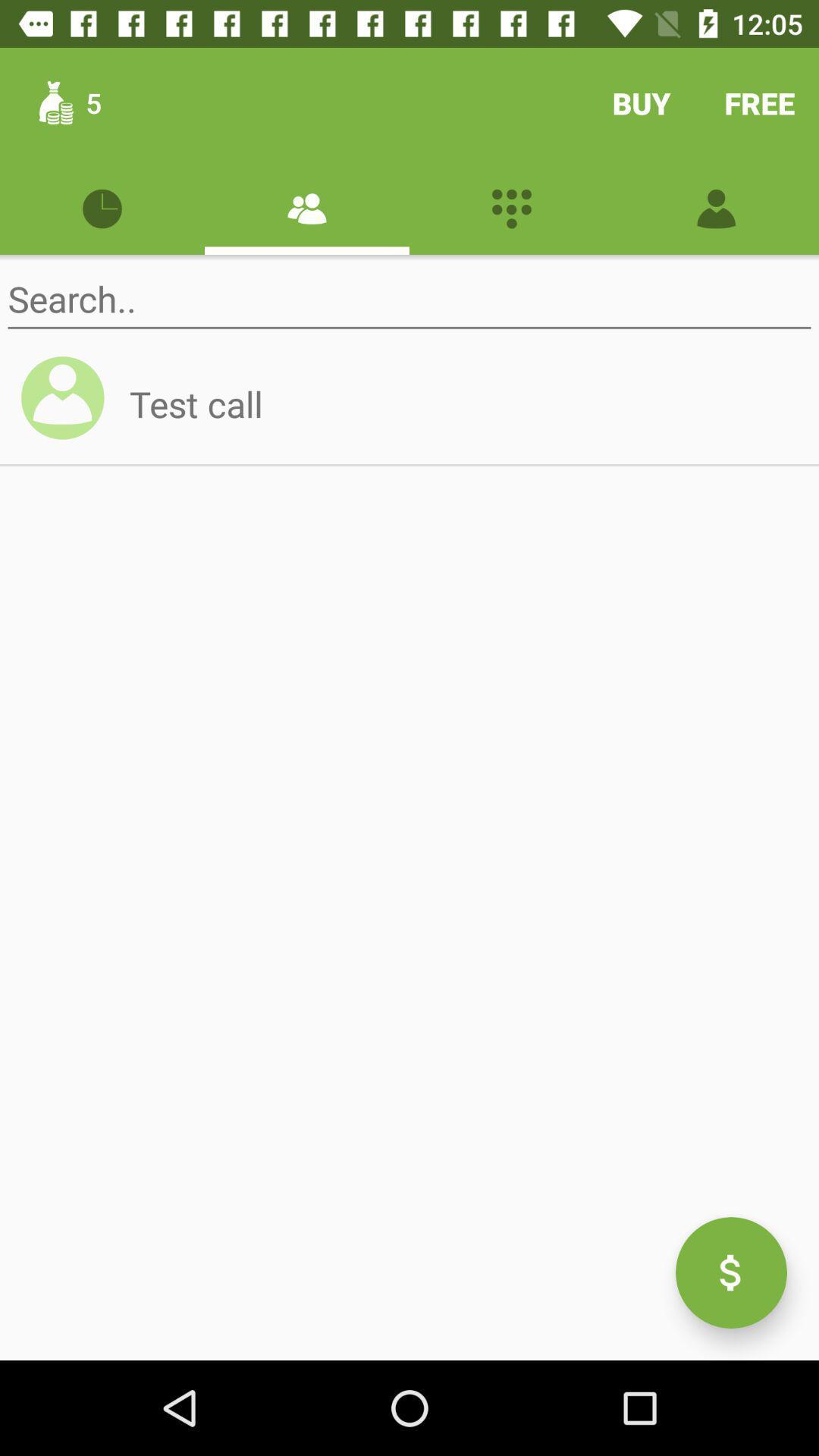 The width and height of the screenshot is (819, 1456). What do you see at coordinates (730, 1272) in the screenshot?
I see `icon below test call item` at bounding box center [730, 1272].